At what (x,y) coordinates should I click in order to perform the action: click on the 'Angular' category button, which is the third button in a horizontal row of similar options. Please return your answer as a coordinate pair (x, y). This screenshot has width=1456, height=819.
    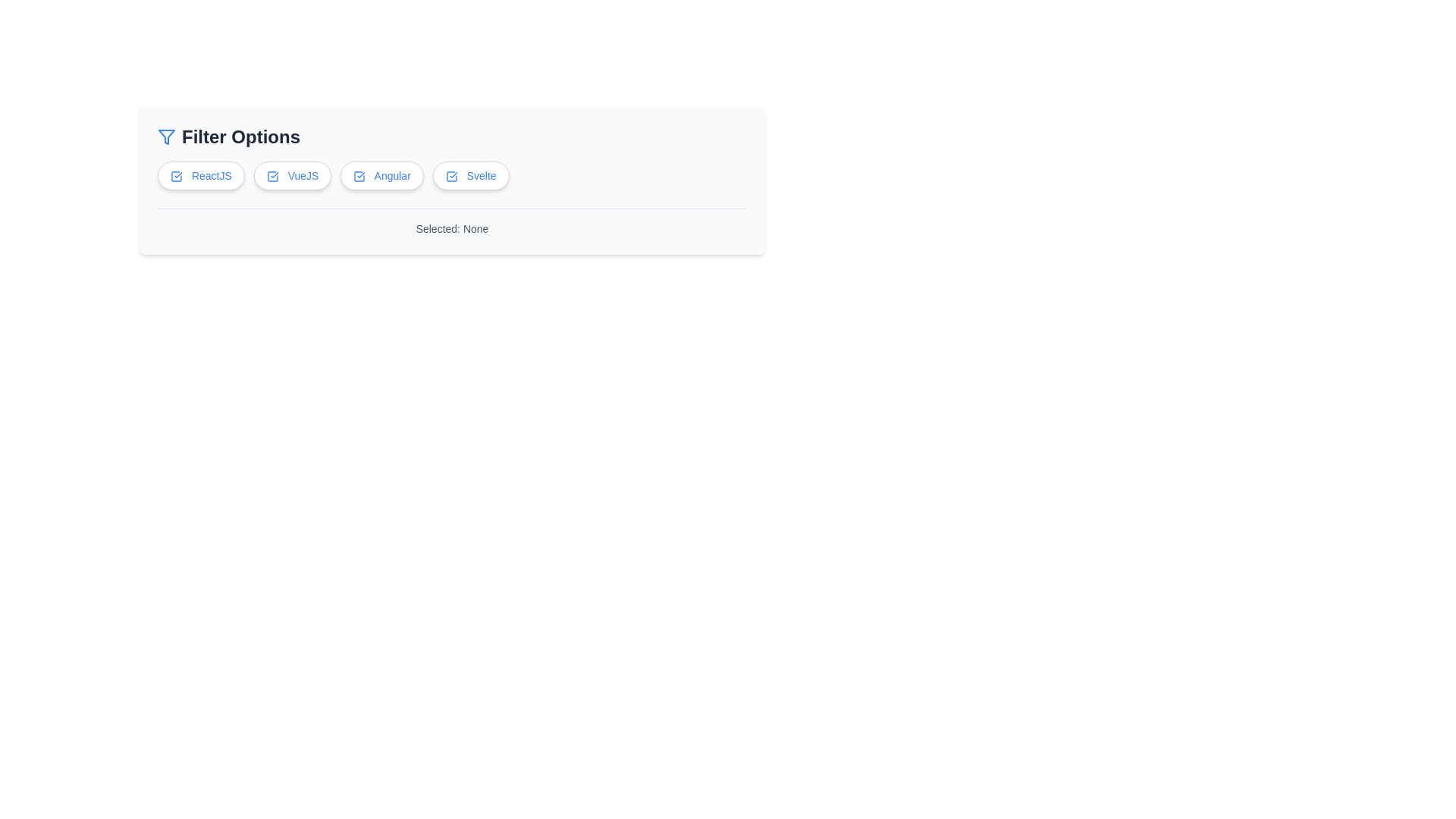
    Looking at the image, I should click on (382, 174).